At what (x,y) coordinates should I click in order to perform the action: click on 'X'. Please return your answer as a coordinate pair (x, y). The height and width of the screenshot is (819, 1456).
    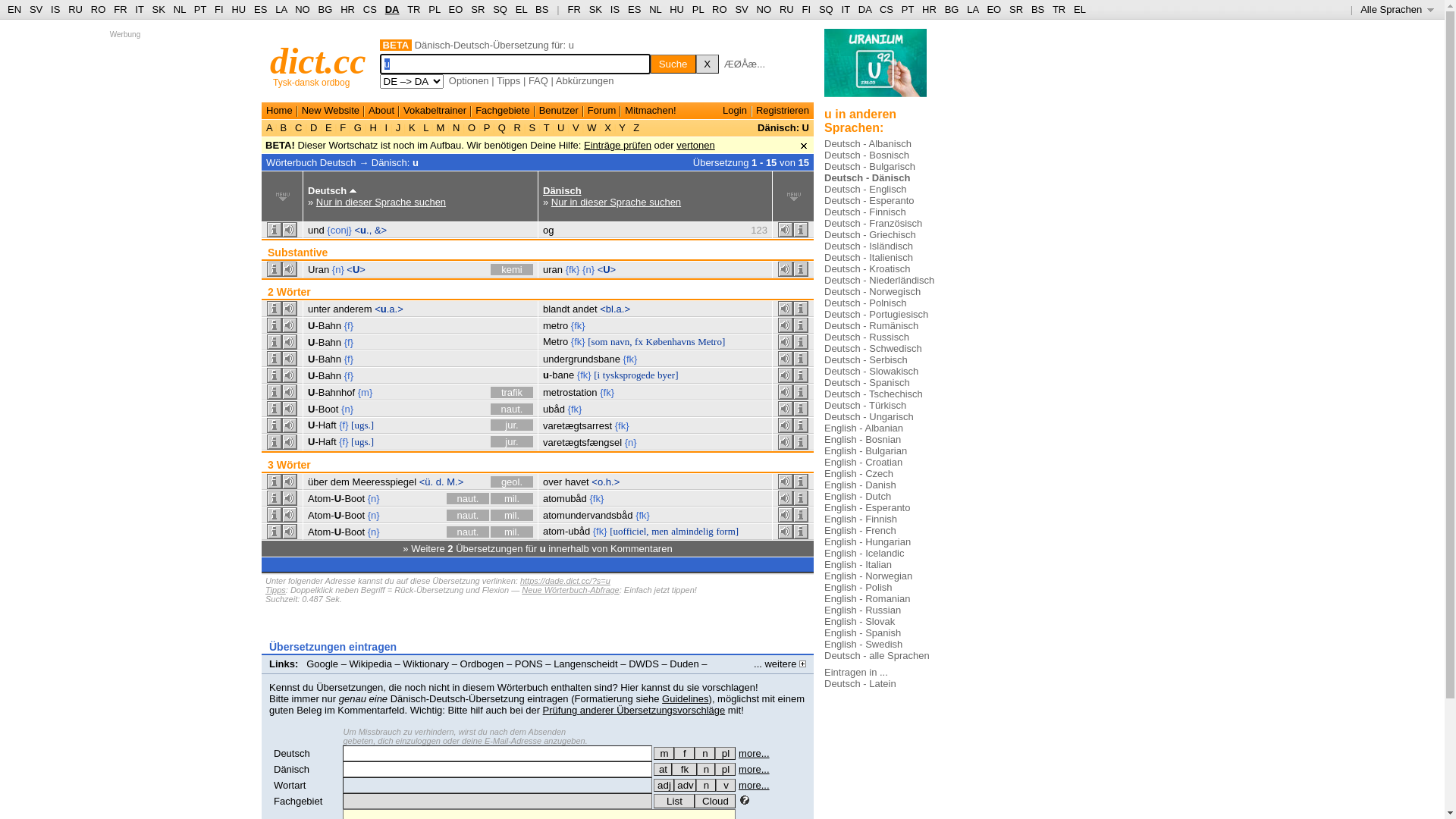
    Looking at the image, I should click on (706, 63).